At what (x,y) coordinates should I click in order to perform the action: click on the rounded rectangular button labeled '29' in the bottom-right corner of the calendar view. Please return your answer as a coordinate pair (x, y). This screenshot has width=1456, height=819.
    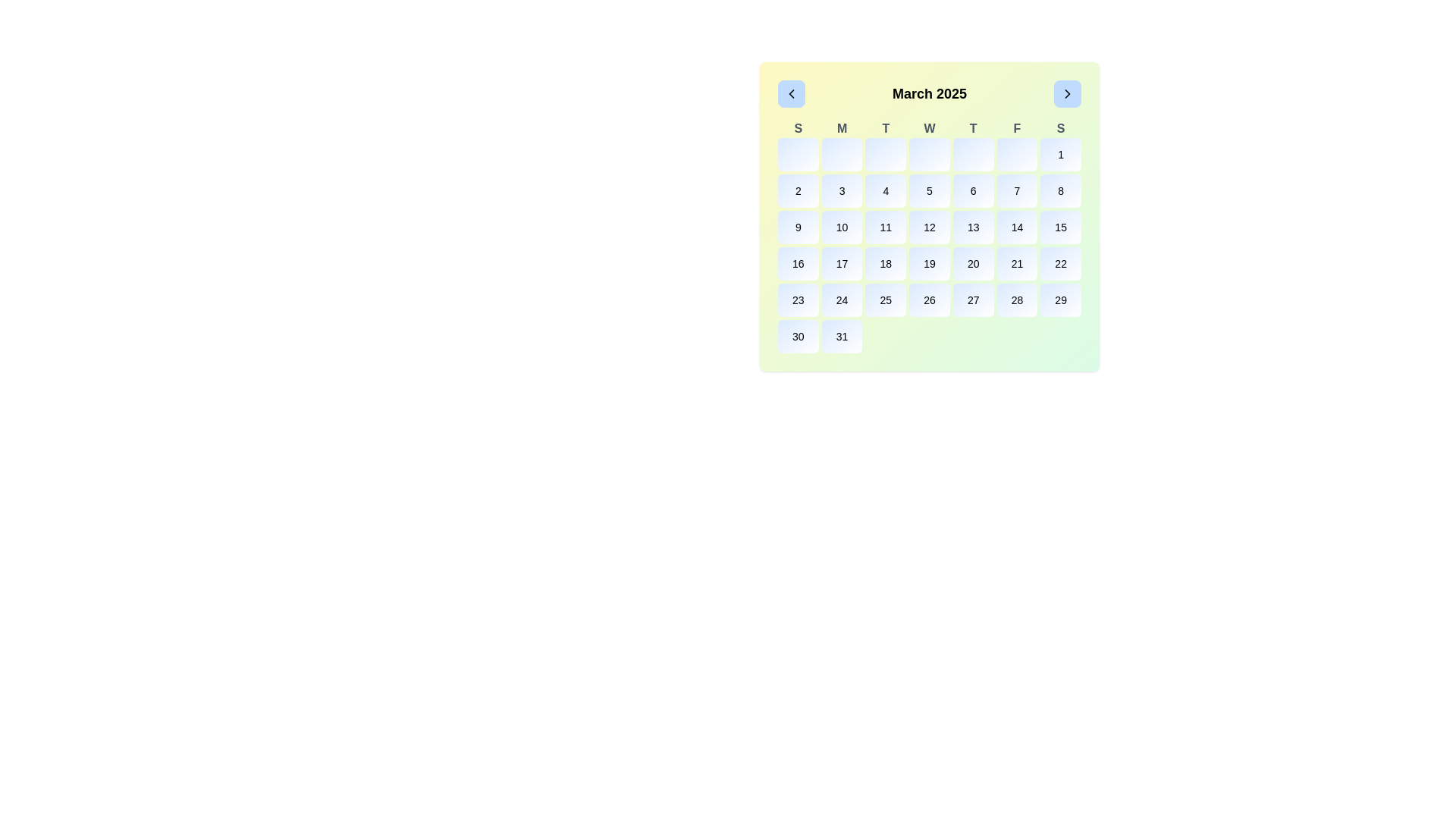
    Looking at the image, I should click on (1060, 300).